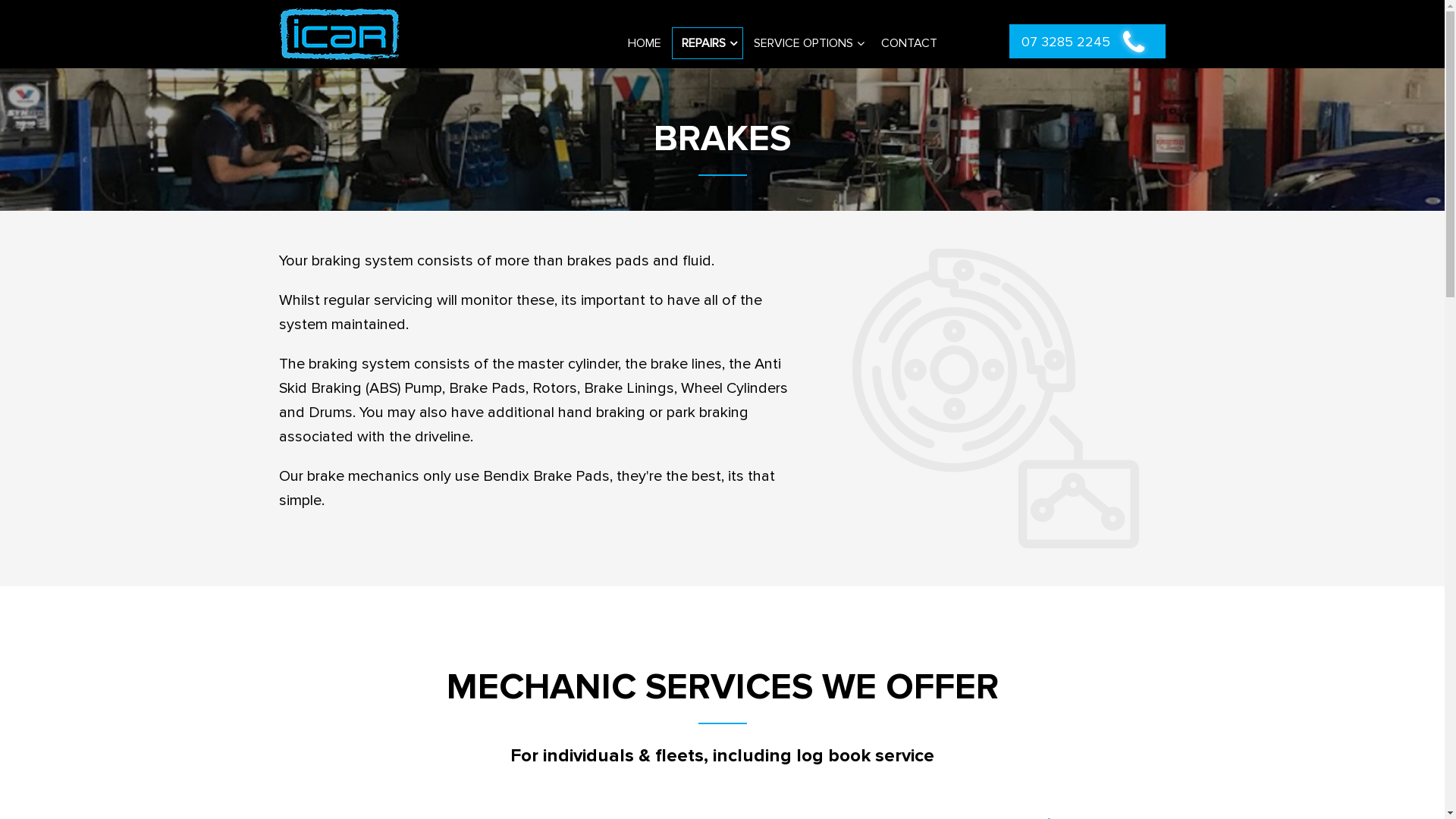  What do you see at coordinates (706, 42) in the screenshot?
I see `'REPAIRS'` at bounding box center [706, 42].